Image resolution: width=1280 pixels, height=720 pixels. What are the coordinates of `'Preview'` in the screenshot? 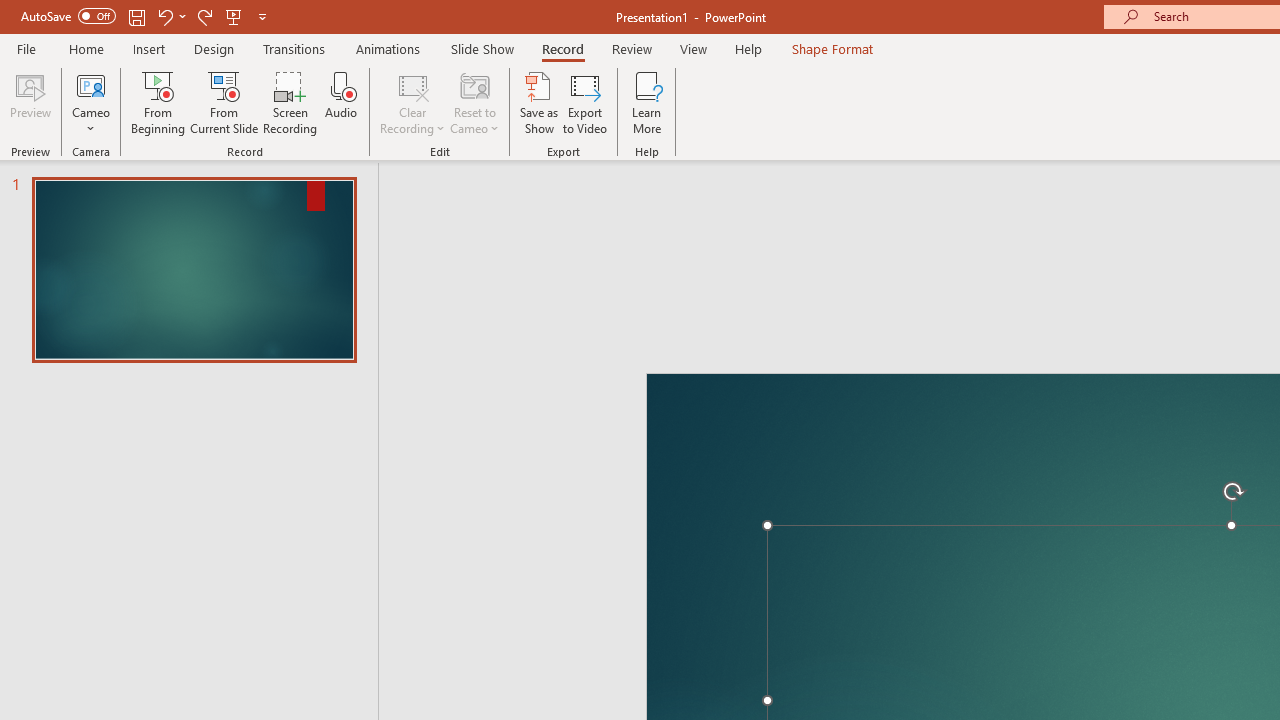 It's located at (30, 103).